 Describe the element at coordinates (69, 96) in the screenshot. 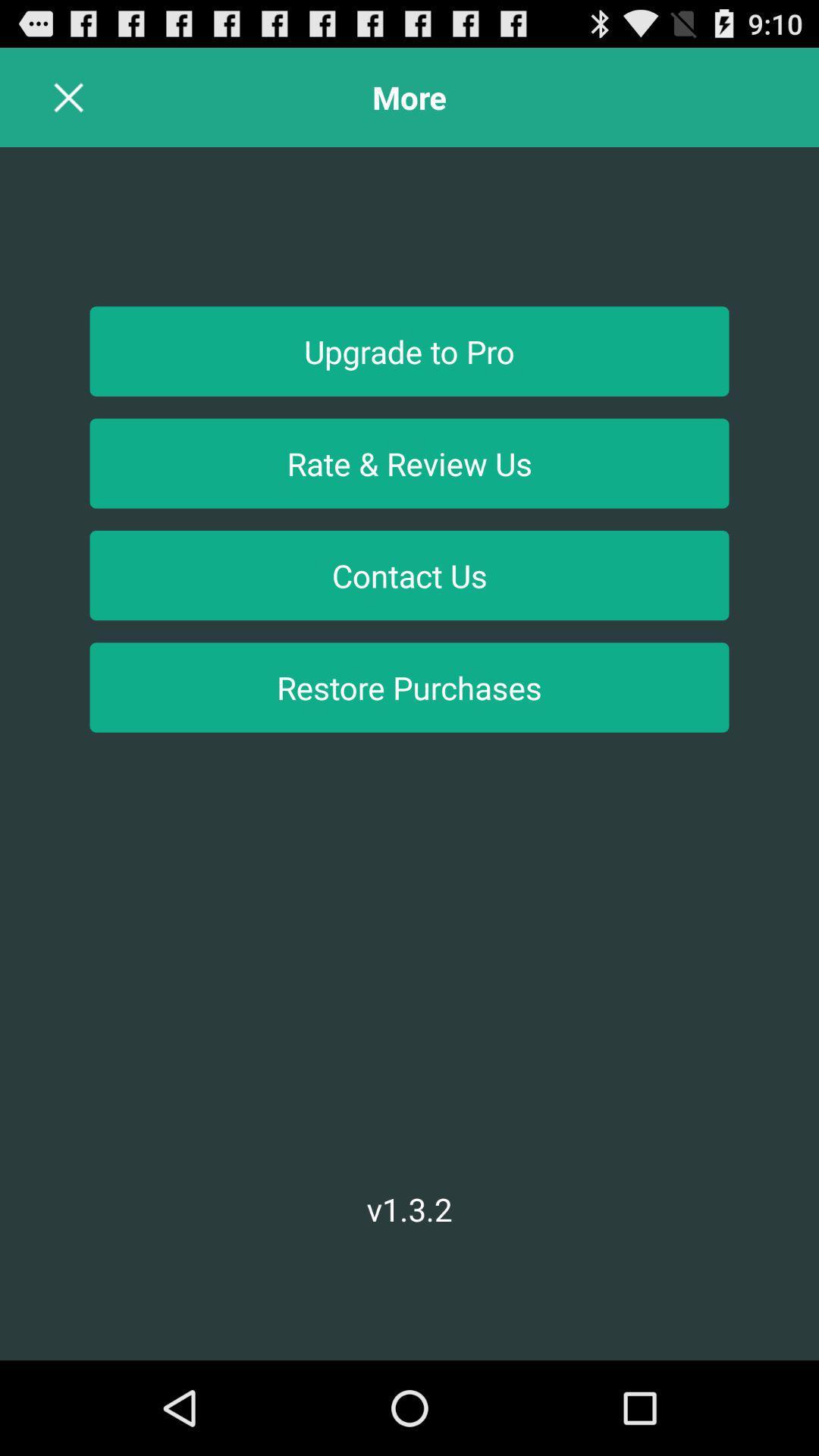

I see `icon at the top left corner` at that location.